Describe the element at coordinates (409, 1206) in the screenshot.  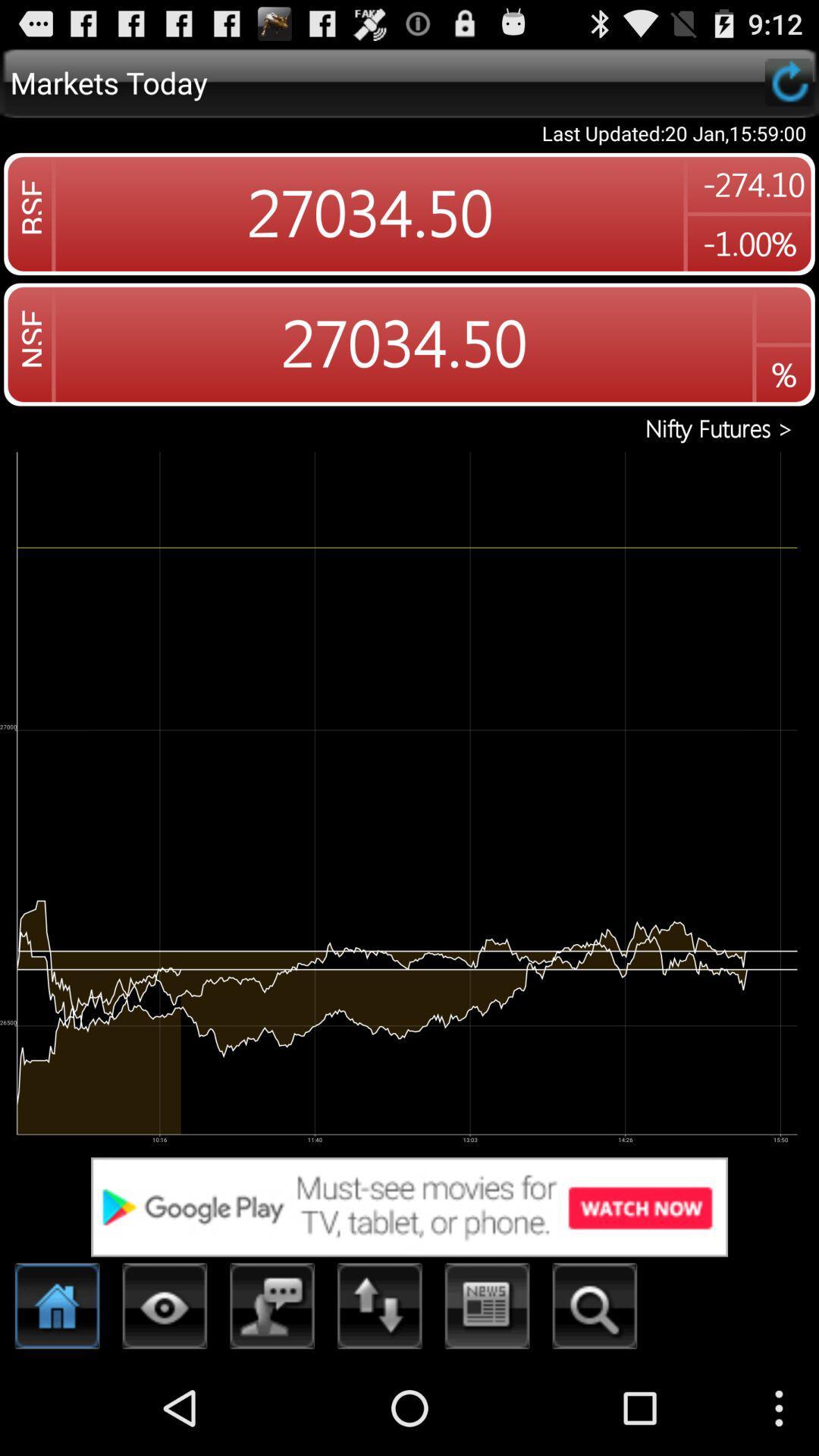
I see `advertisement banner` at that location.